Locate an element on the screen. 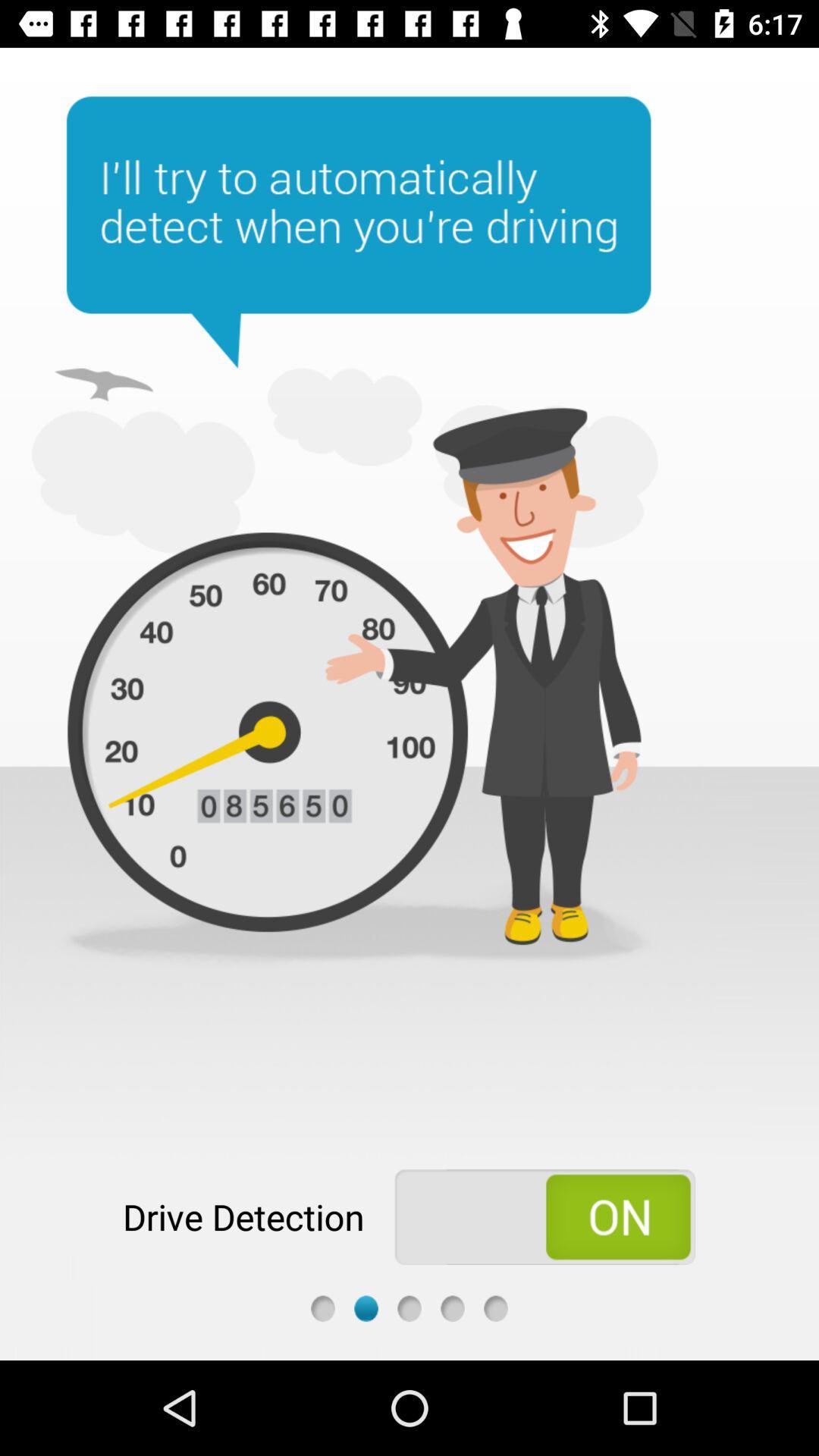 The width and height of the screenshot is (819, 1456). next slide is located at coordinates (409, 1307).